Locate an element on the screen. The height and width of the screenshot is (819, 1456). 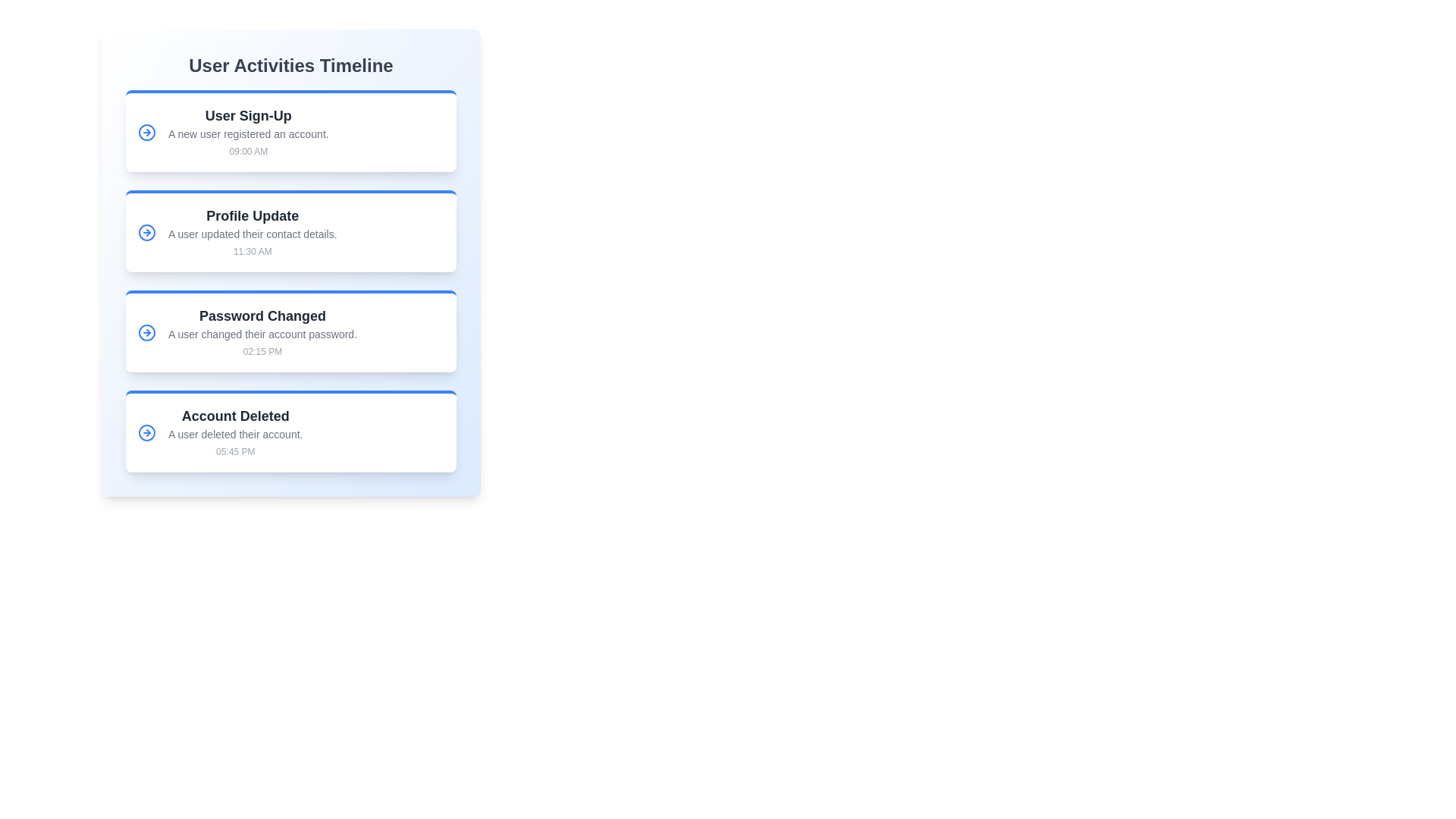
the Text Label that serves as the title for the second timeline entry, summarizing the event details, located in the second card labeled 'Profile Update.' is located at coordinates (253, 216).